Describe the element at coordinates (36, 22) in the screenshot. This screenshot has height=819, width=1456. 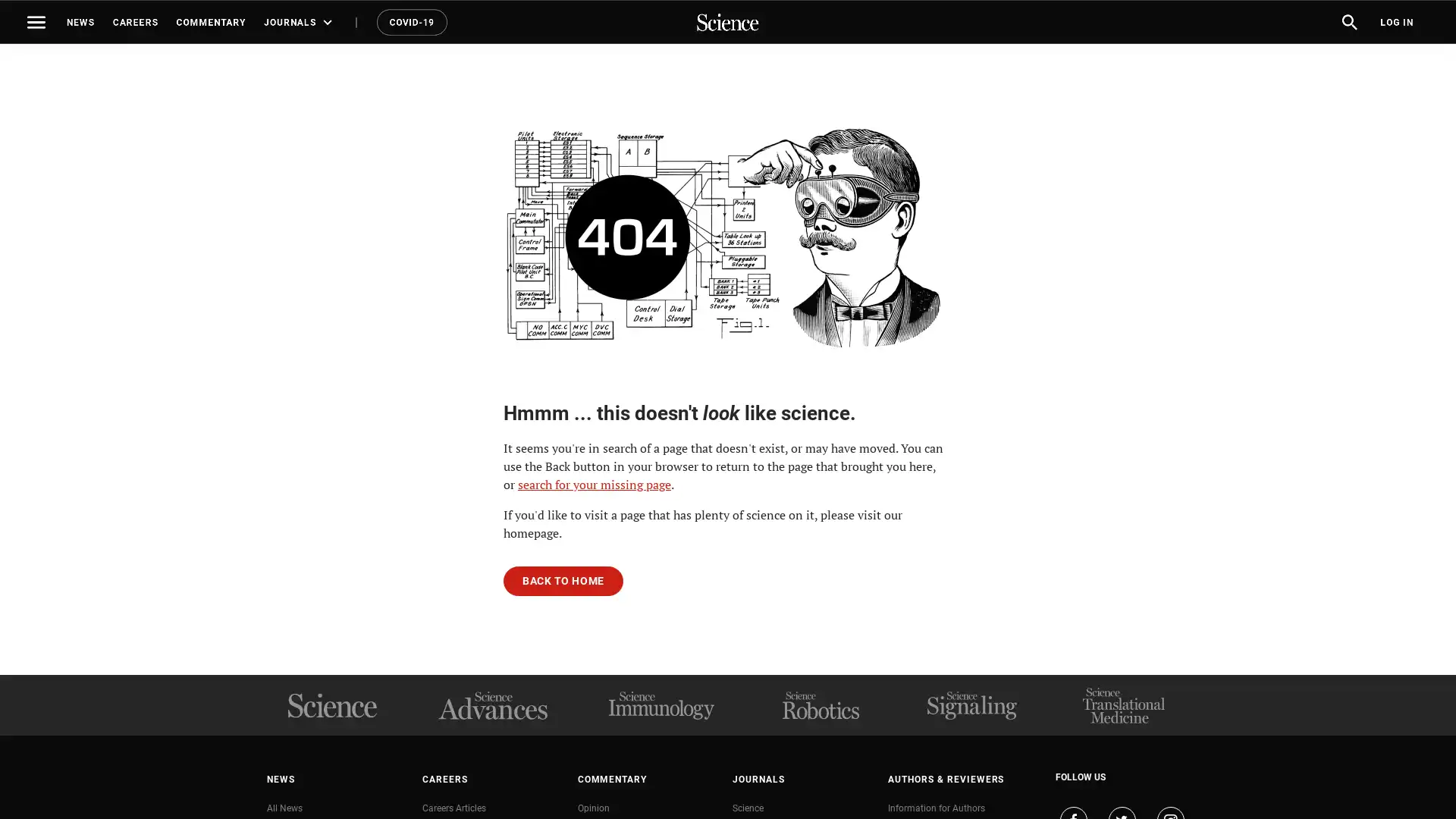
I see `Toggle navigation` at that location.